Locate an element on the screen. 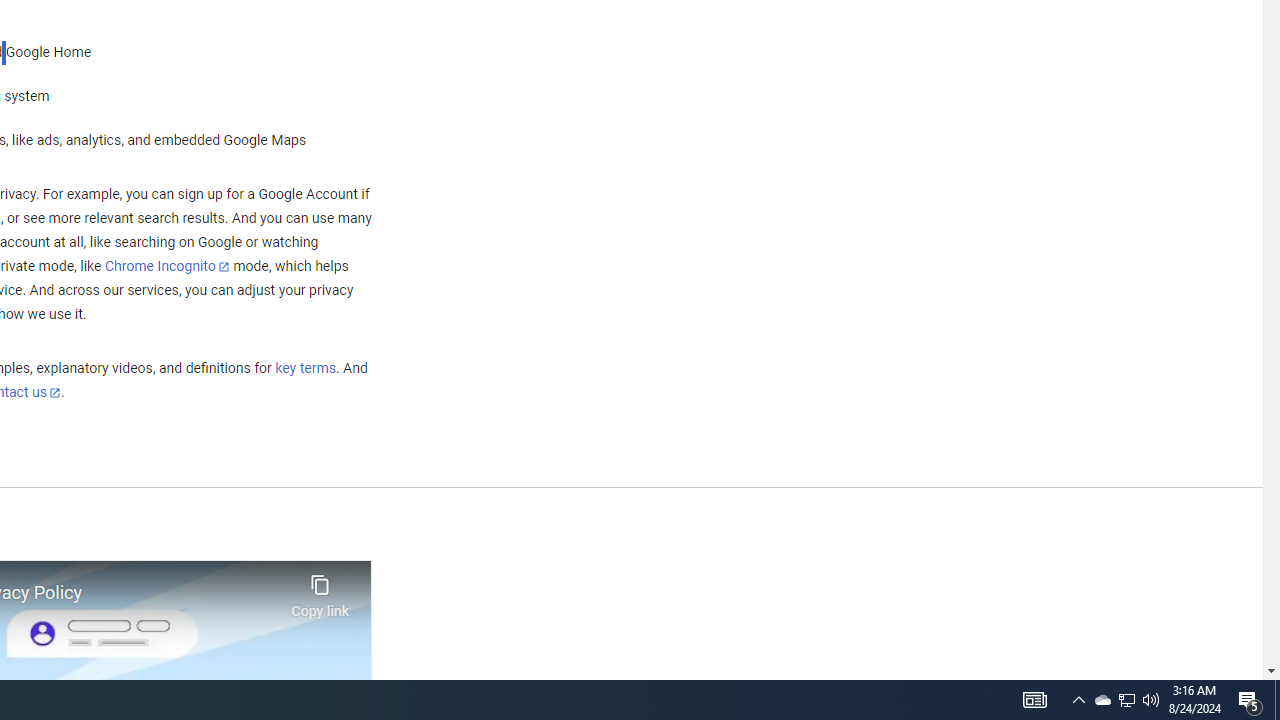 The height and width of the screenshot is (720, 1280). 'Copy link' is located at coordinates (320, 590).